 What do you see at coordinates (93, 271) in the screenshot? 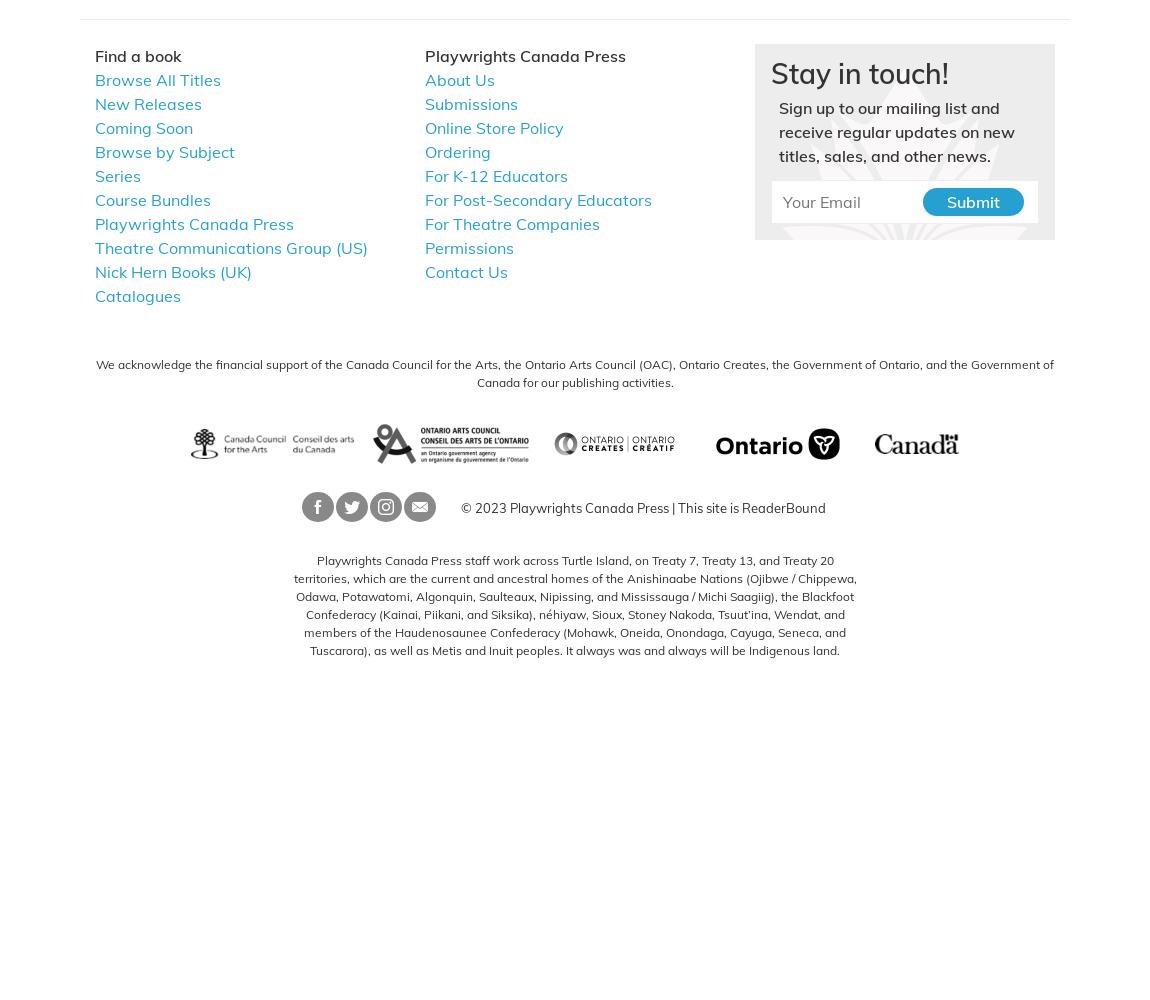
I see `'Nick Hern Books (UK)'` at bounding box center [93, 271].